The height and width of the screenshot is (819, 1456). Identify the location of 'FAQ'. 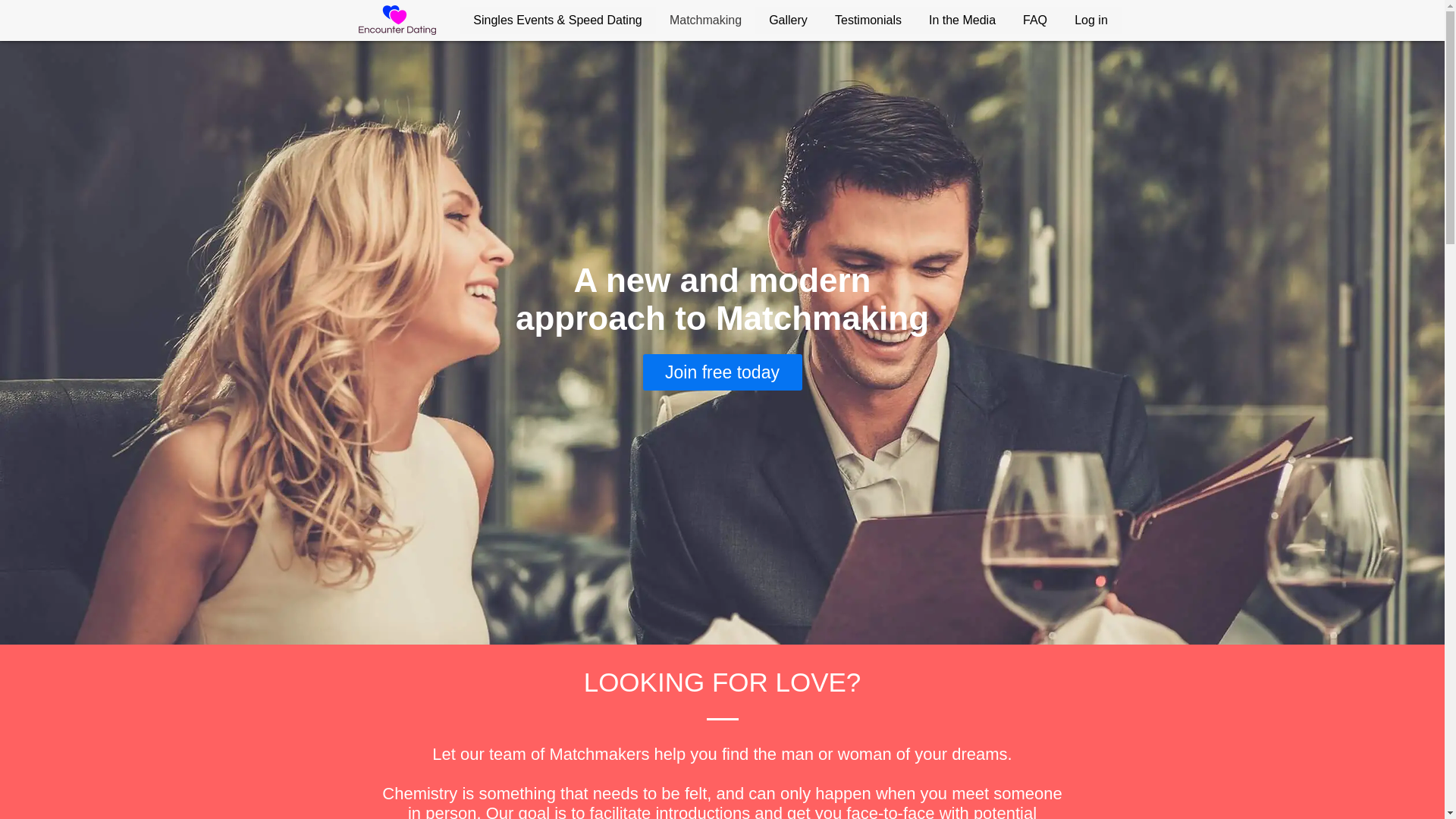
(1033, 20).